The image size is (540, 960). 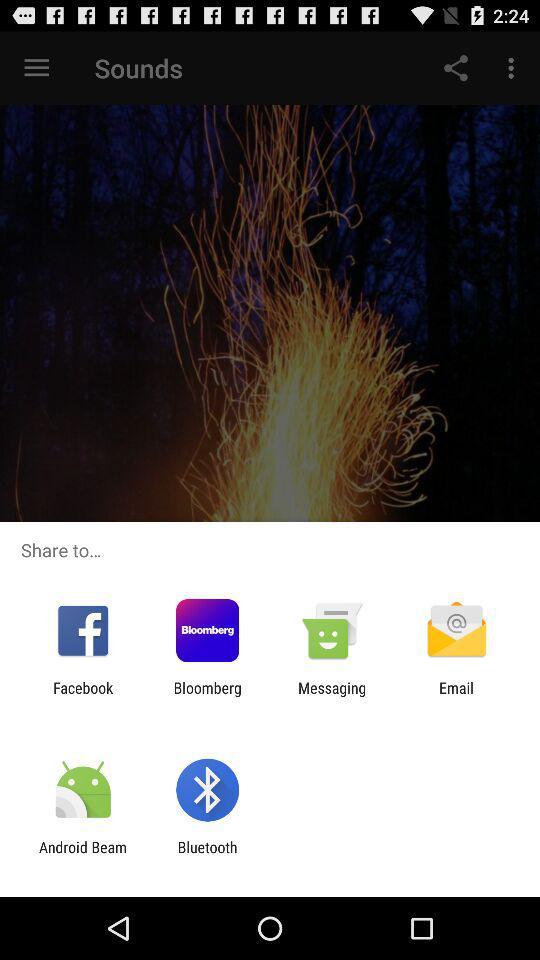 What do you see at coordinates (206, 855) in the screenshot?
I see `icon next to the android beam icon` at bounding box center [206, 855].